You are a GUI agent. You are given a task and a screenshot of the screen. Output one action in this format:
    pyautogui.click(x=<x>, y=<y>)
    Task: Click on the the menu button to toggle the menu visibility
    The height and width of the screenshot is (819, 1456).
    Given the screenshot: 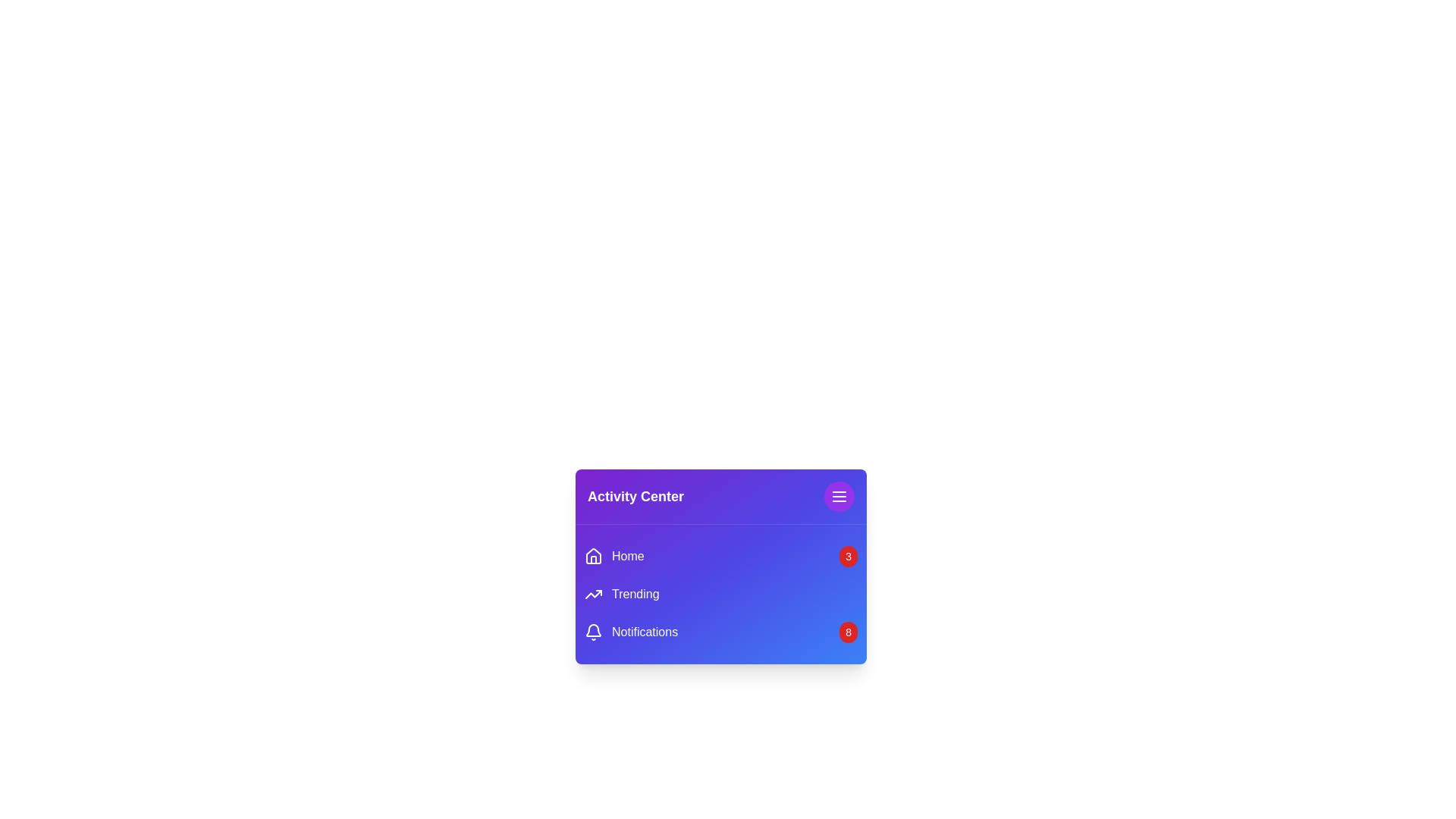 What is the action you would take?
    pyautogui.click(x=839, y=497)
    